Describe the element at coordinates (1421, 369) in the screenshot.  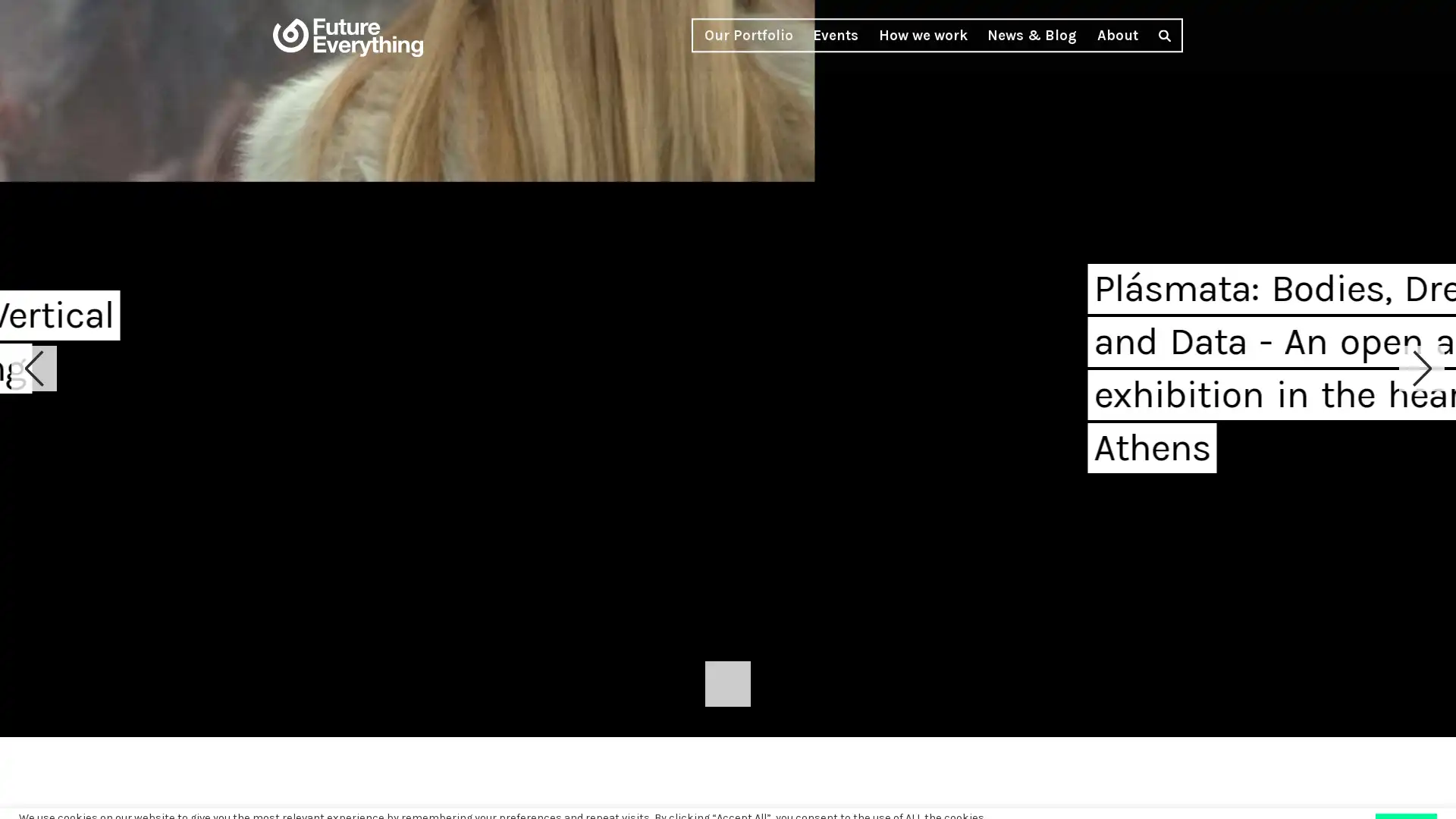
I see `Next` at that location.